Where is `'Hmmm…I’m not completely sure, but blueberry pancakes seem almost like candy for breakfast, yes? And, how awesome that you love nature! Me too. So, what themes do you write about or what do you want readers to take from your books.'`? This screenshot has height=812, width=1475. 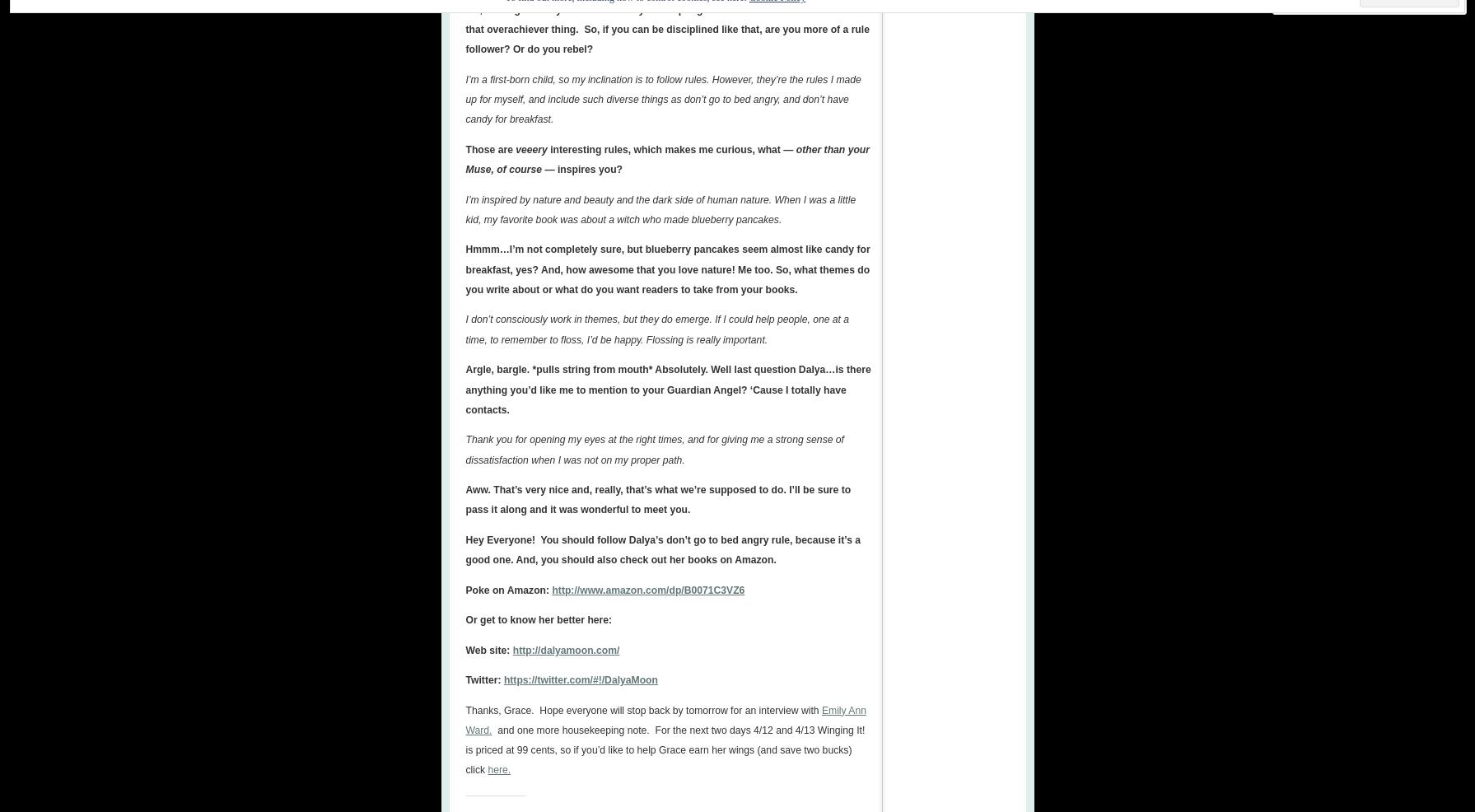
'Hmmm…I’m not completely sure, but blueberry pancakes seem almost like candy for breakfast, yes? And, how awesome that you love nature! Me too. So, what themes do you write about or what do you want readers to take from your books.' is located at coordinates (465, 268).